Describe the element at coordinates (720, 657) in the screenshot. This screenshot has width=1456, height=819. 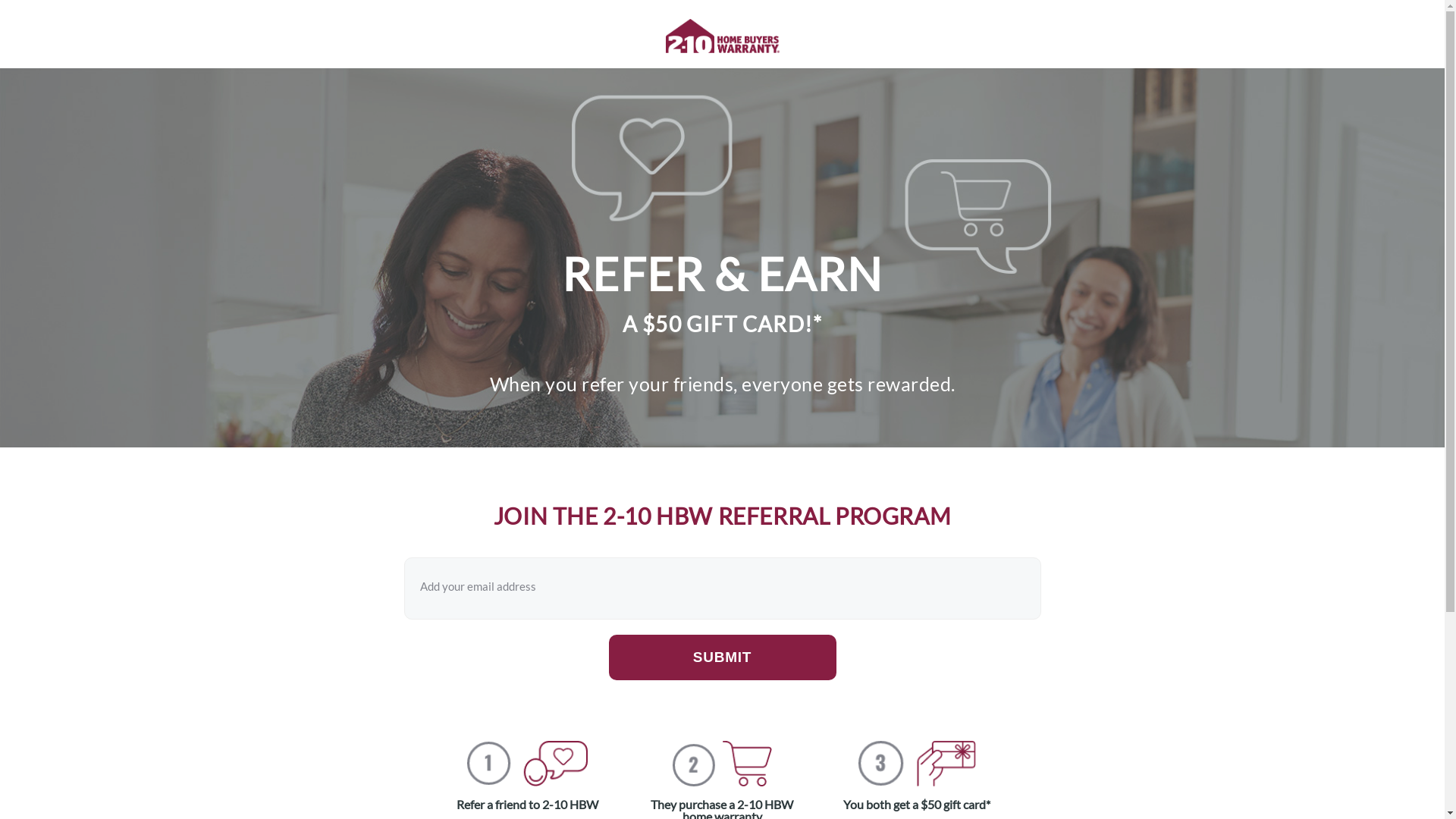
I see `'SUBMIT'` at that location.